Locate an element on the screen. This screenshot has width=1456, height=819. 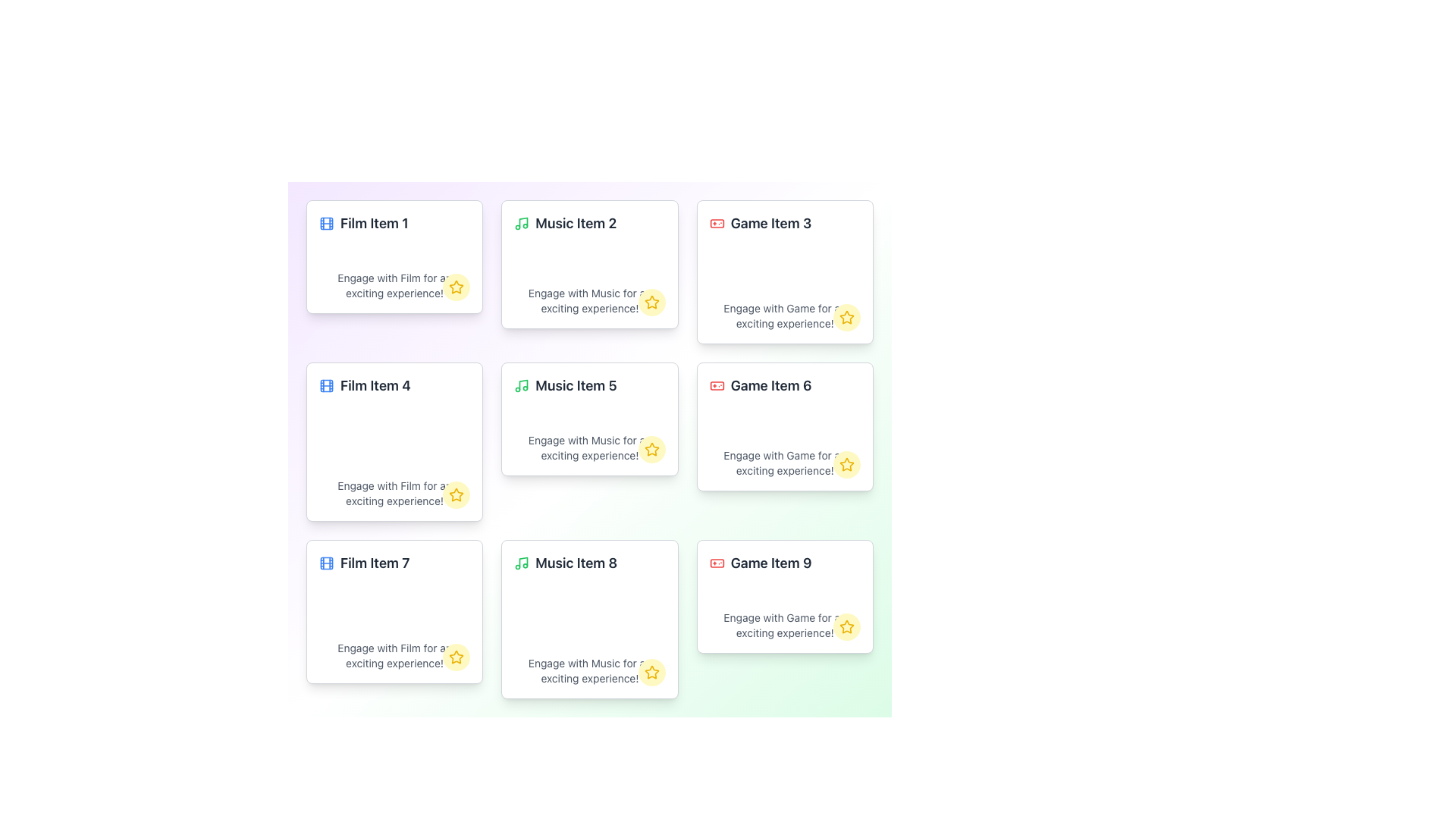
the text 'Engage with Music for an exciting experience!' located at the bottom of the card labeled 'Music Item 8' is located at coordinates (588, 670).